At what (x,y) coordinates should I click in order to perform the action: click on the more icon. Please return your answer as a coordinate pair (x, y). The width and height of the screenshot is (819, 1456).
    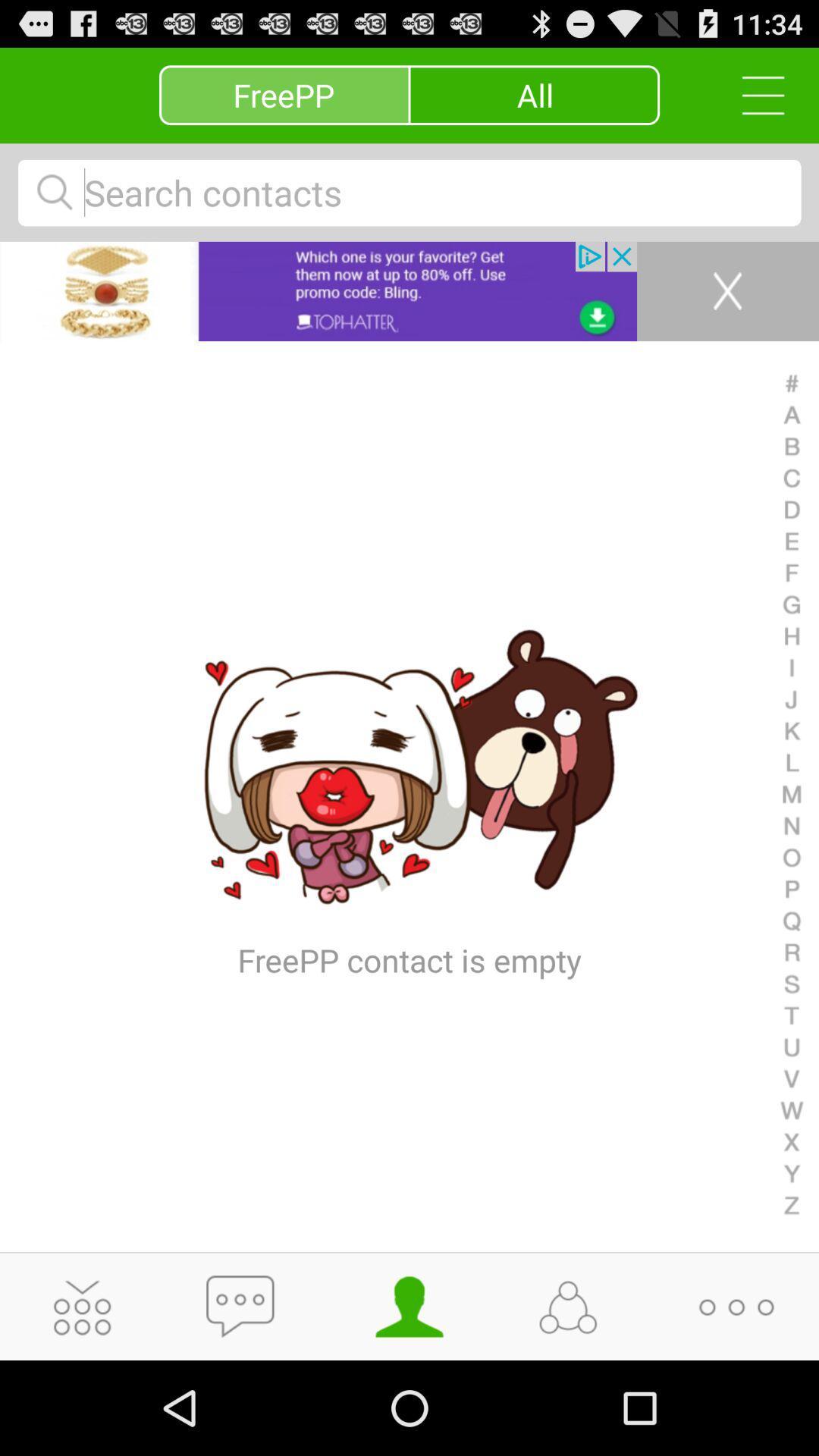
    Looking at the image, I should click on (736, 1397).